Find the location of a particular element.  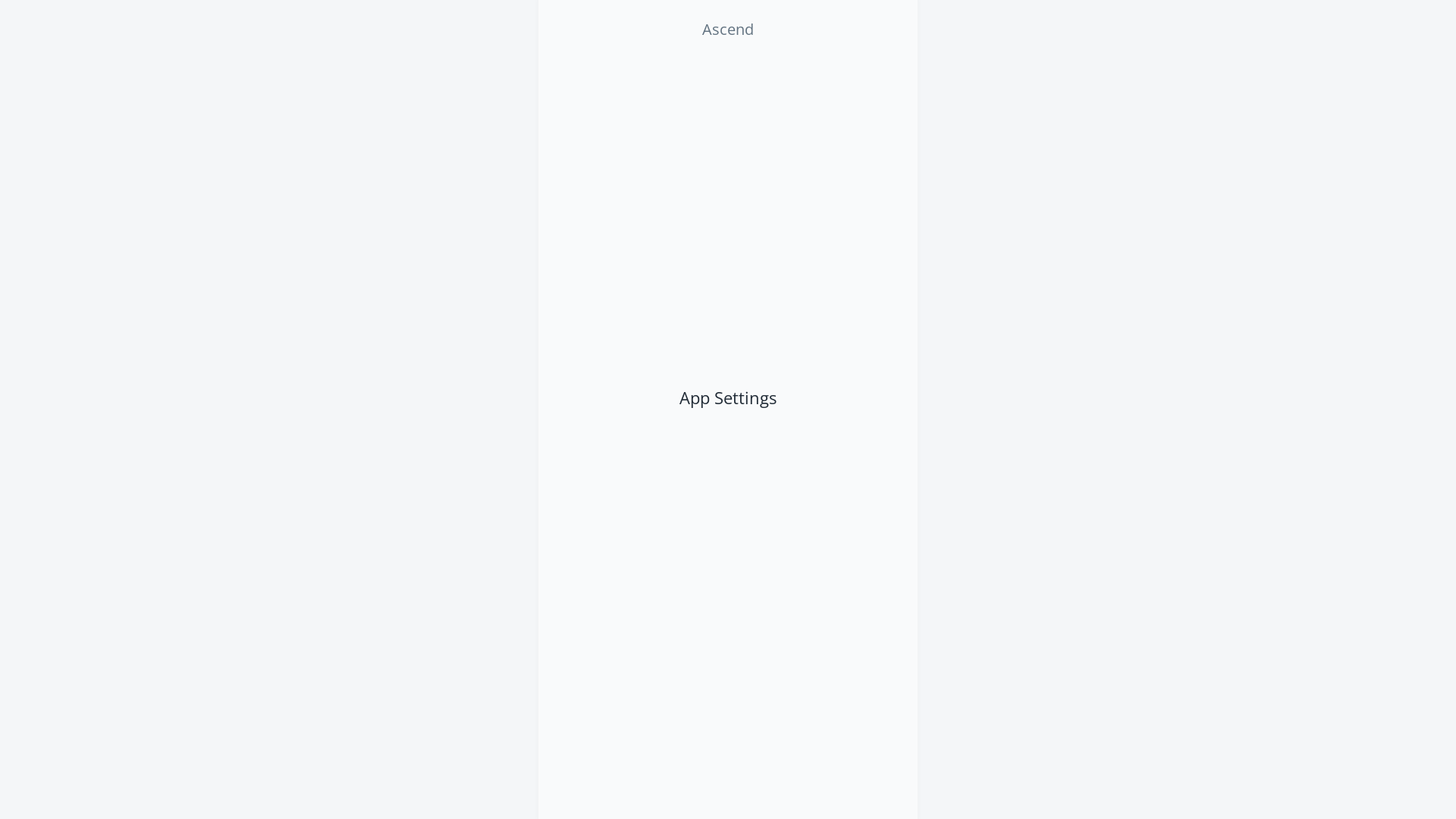

'App Settings' is located at coordinates (728, 397).